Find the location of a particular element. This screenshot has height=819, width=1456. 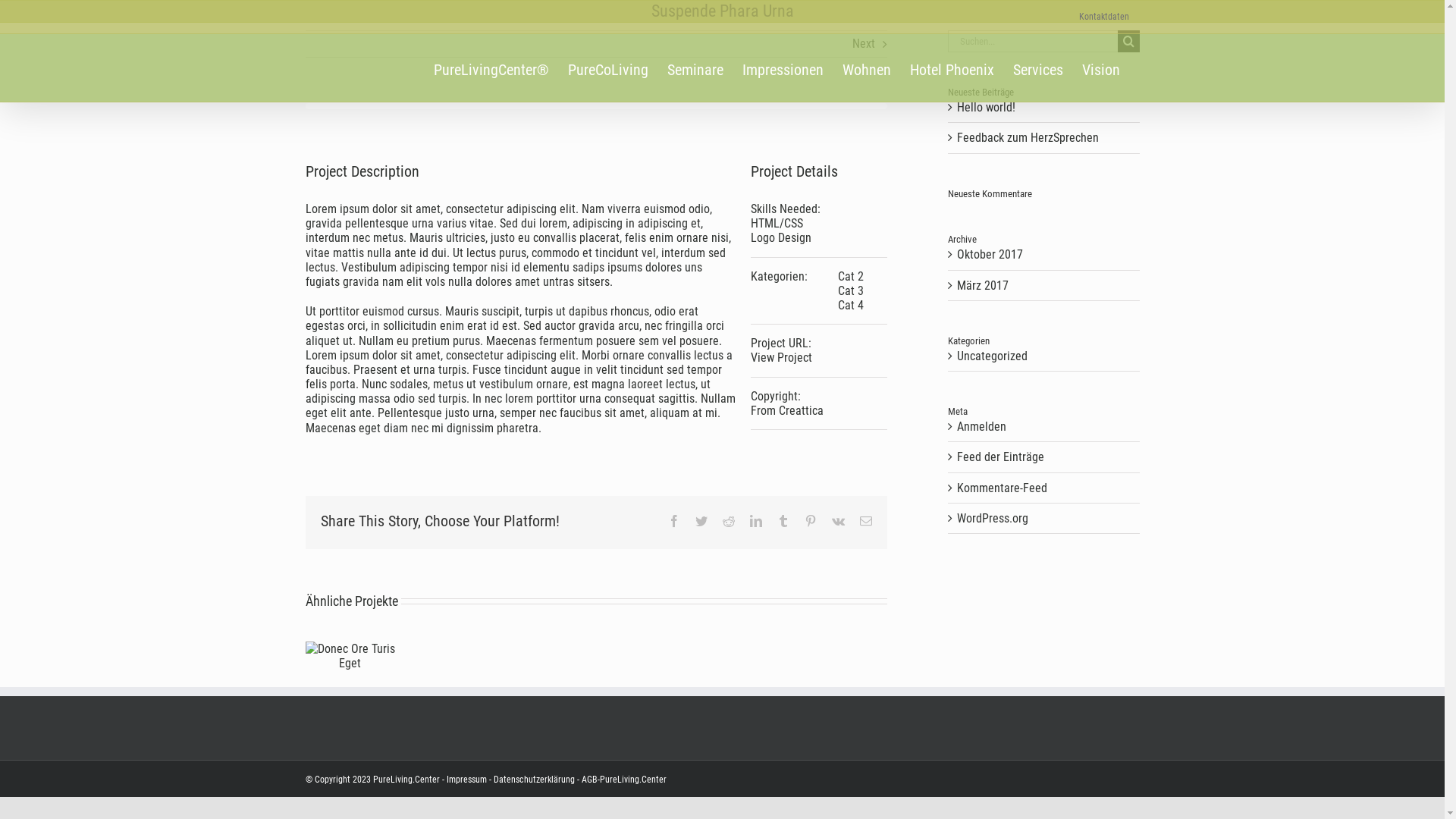

'Seminare' is located at coordinates (694, 67).